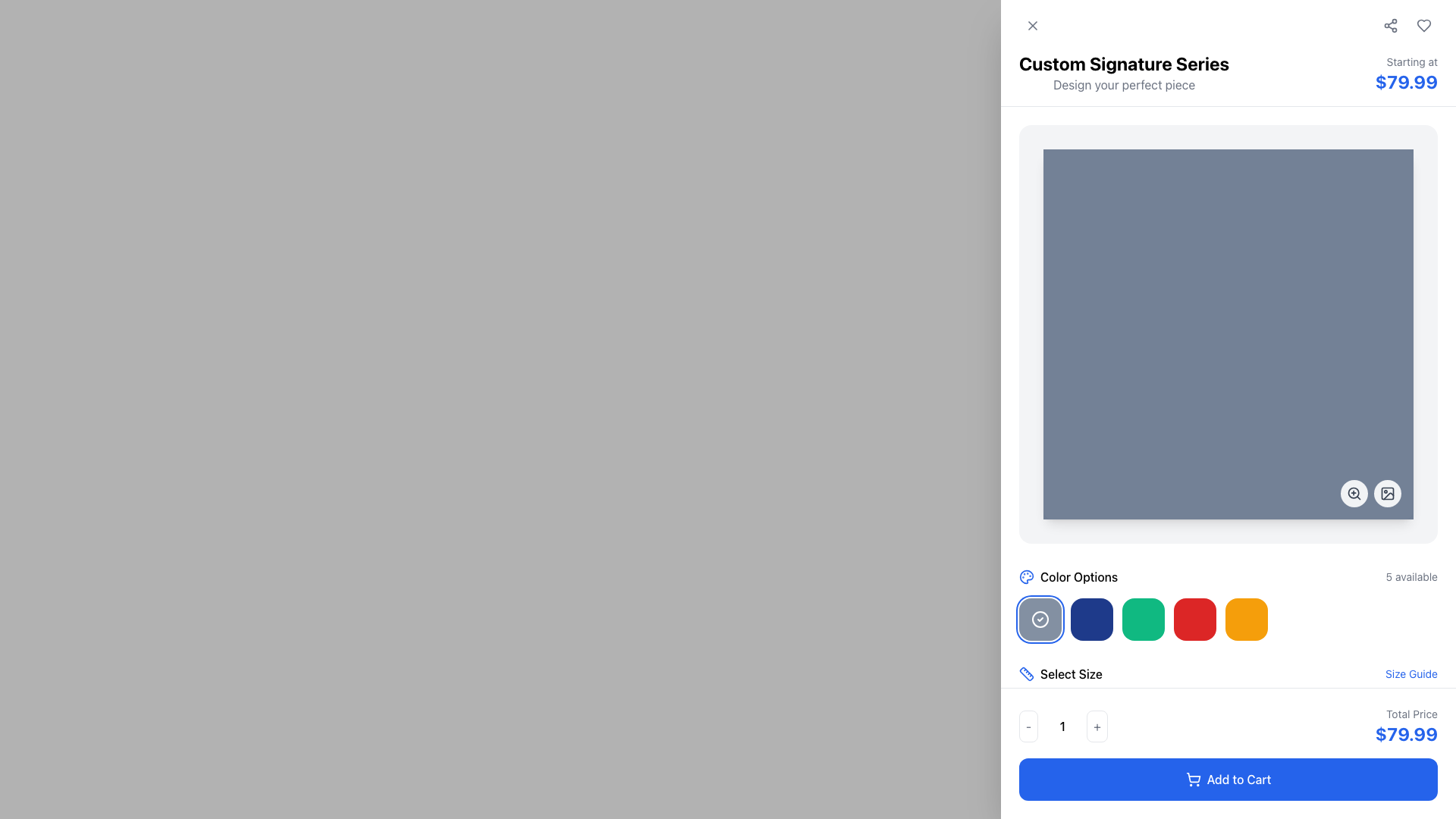  Describe the element at coordinates (1246, 626) in the screenshot. I see `the text content of the 'Amber Gold' label in the bottom portion of the fifth color option's text overlay` at that location.